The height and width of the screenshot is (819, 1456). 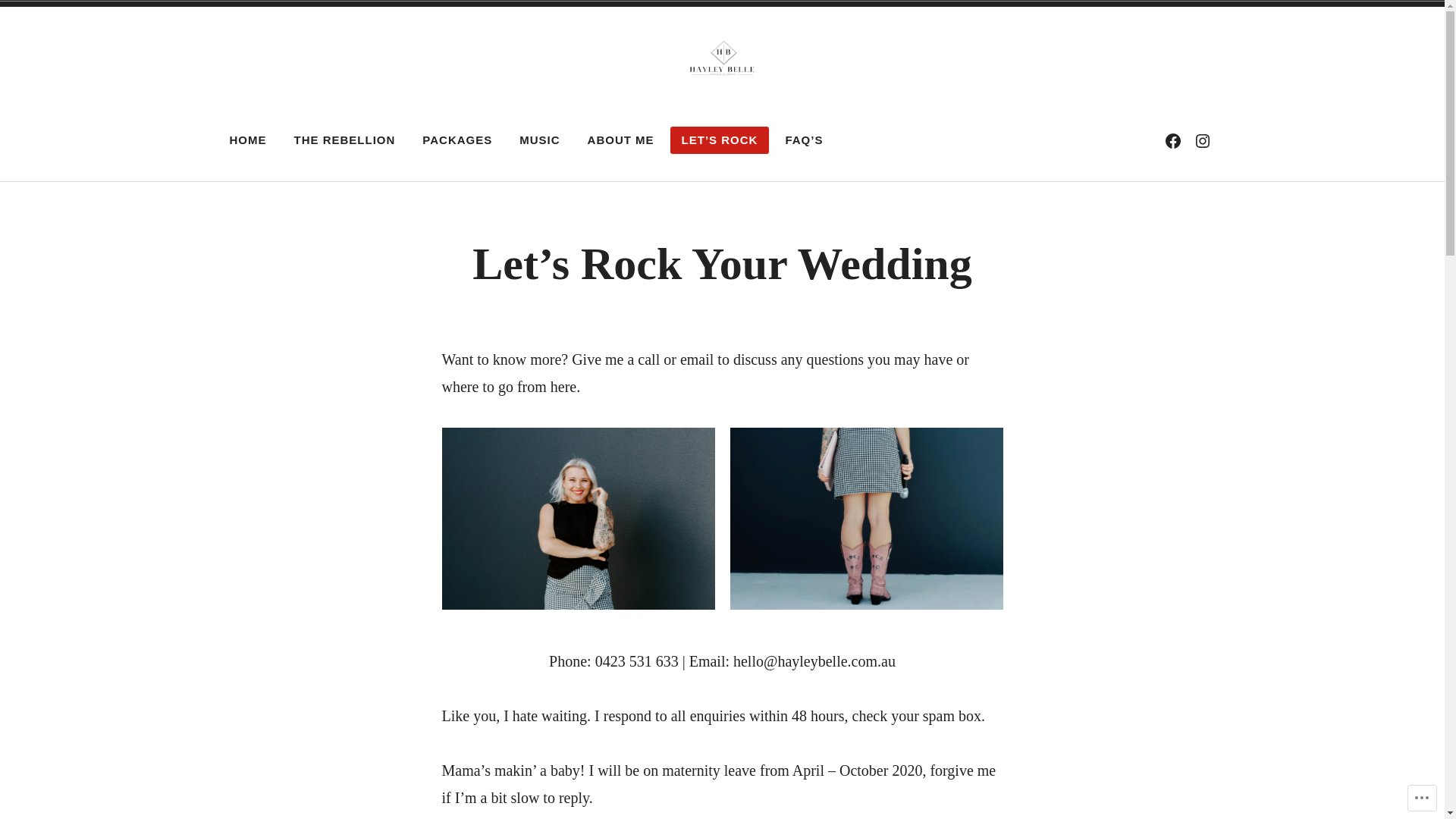 I want to click on 'HOME', so click(x=248, y=140).